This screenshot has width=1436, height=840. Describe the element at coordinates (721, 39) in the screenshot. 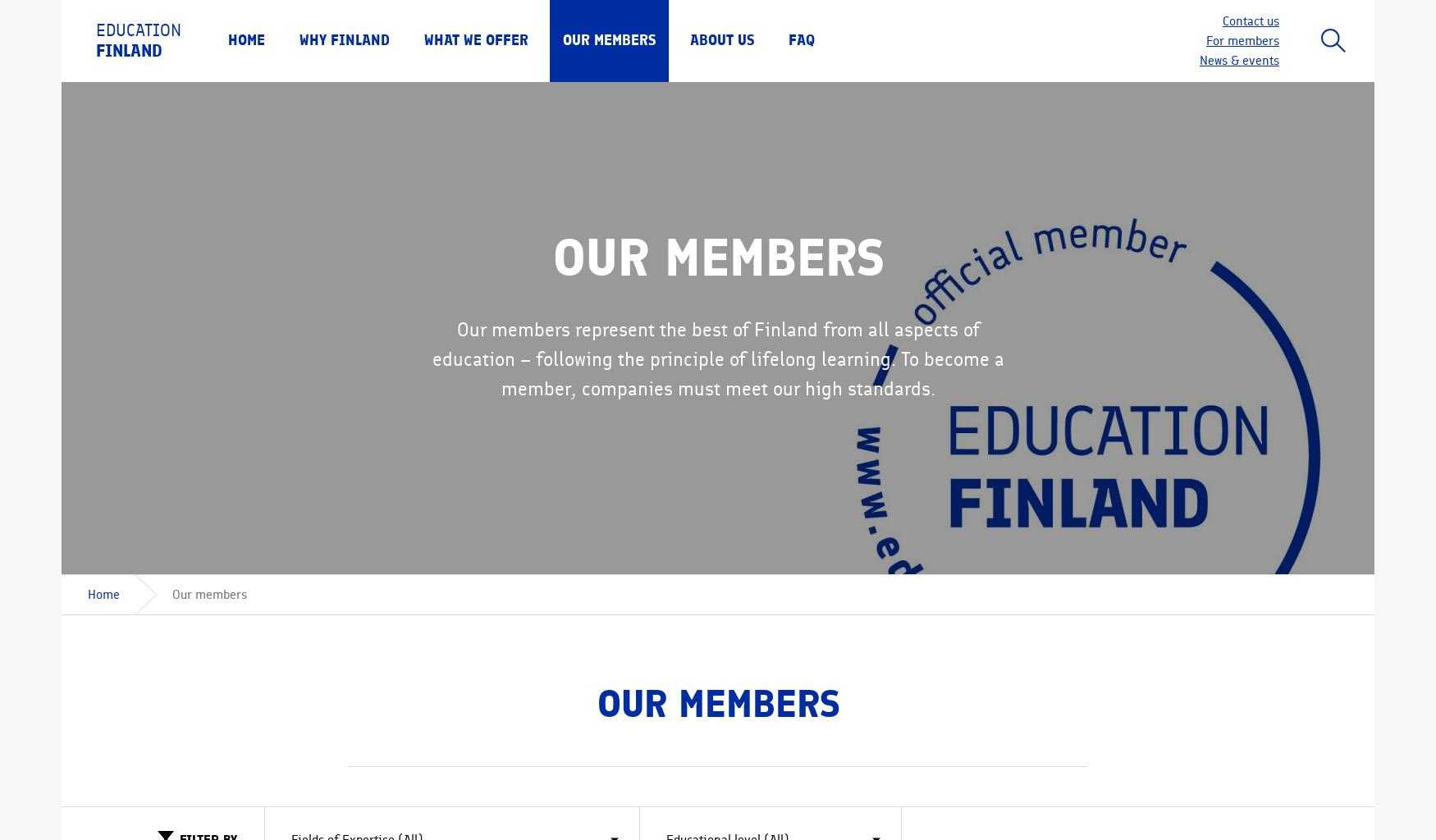

I see `'About us'` at that location.